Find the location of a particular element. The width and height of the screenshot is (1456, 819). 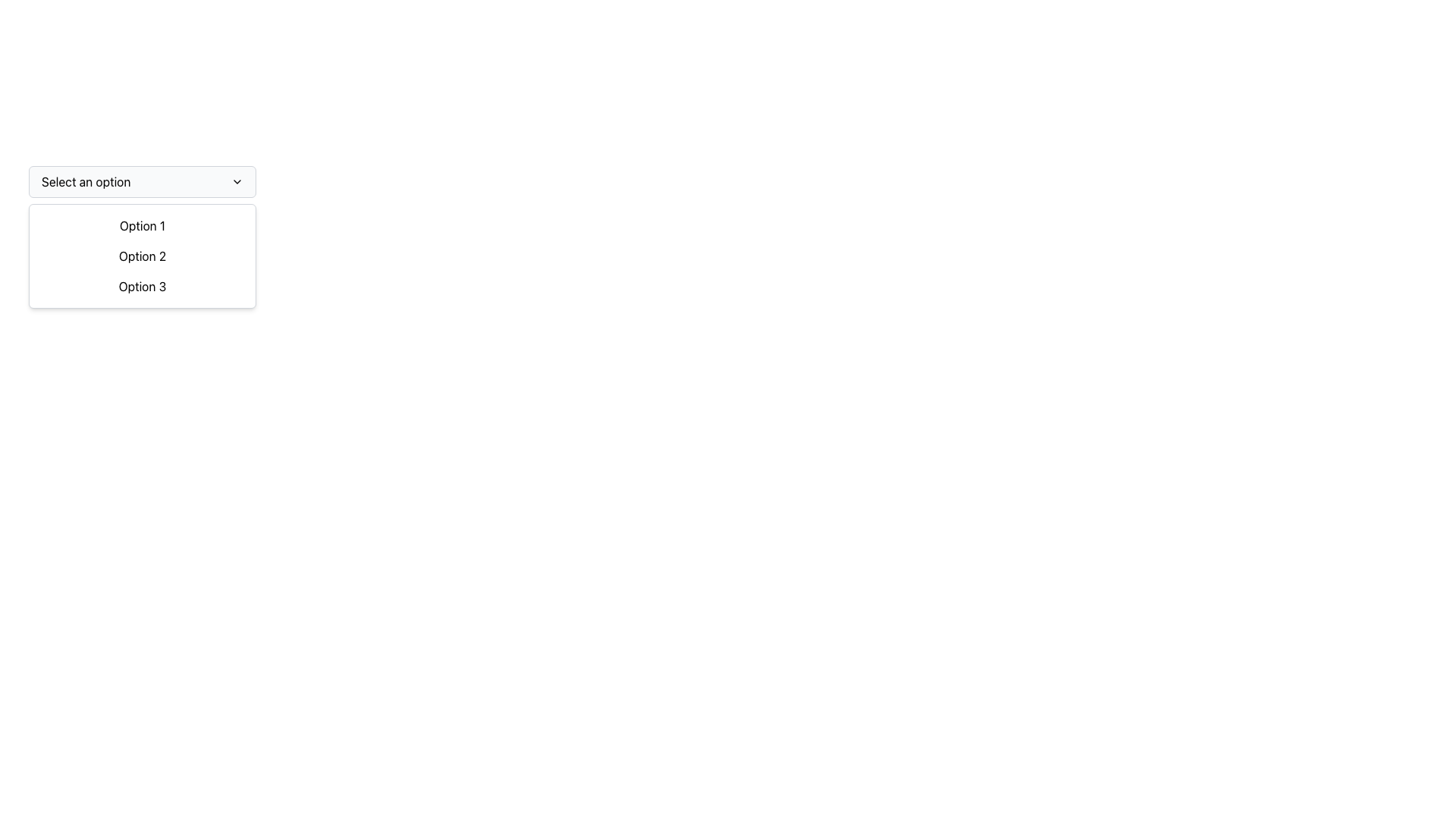

the text label that identifies the current selection in the dropdown menu, positioned on the left side of the dropdown component is located at coordinates (85, 180).